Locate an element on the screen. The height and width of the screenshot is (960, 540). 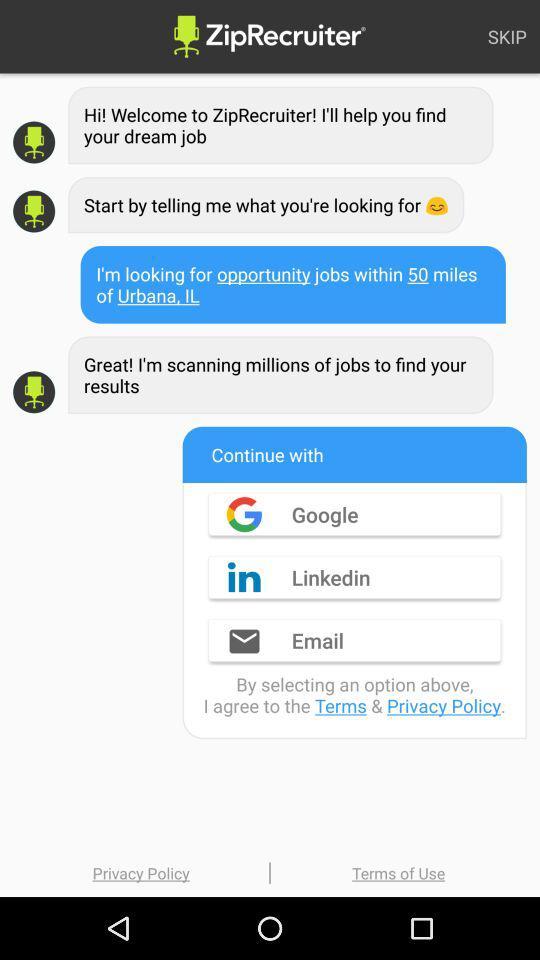
the icon at the top right corner is located at coordinates (507, 35).